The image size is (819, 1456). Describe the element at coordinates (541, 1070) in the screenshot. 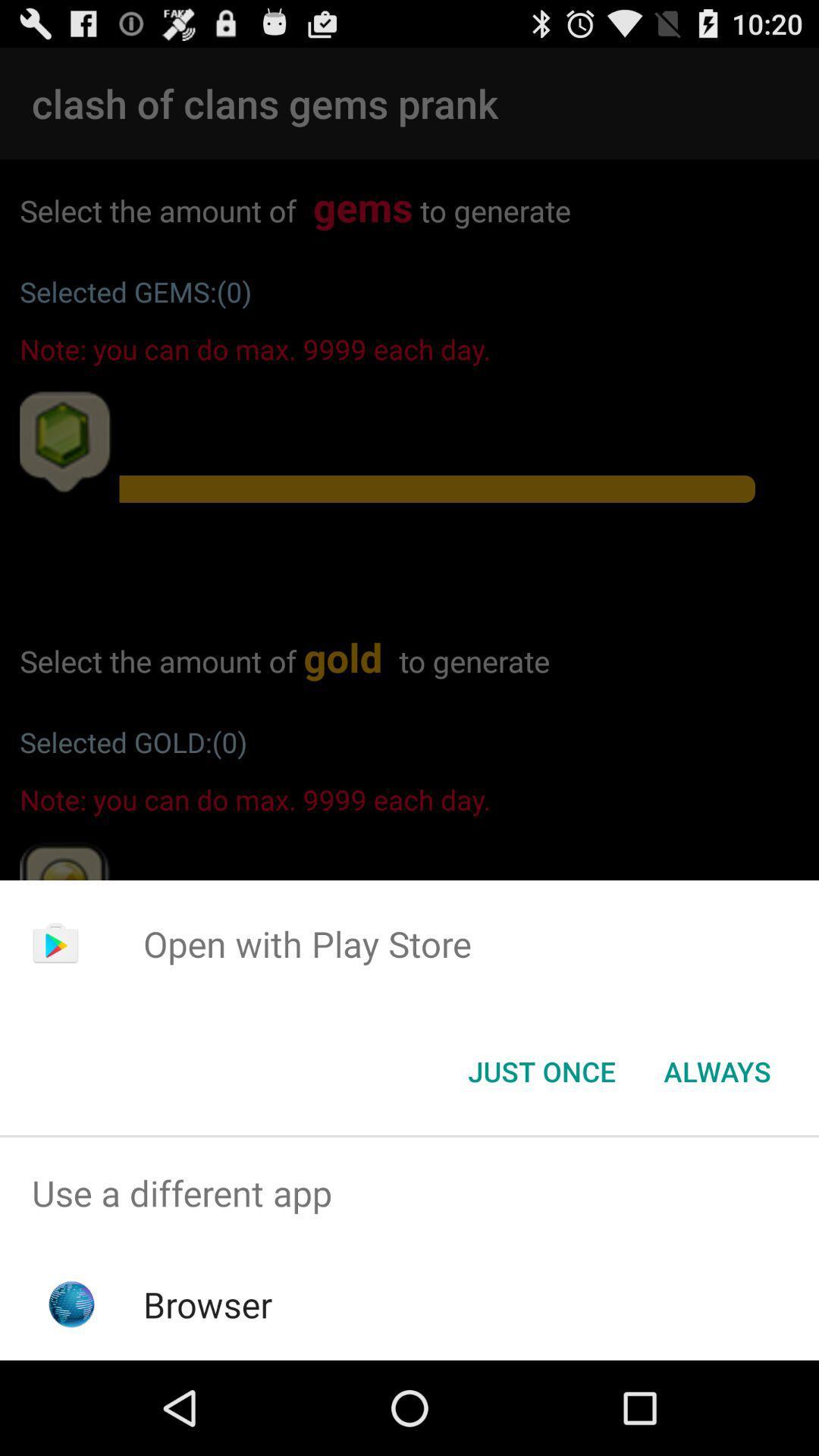

I see `just once button` at that location.